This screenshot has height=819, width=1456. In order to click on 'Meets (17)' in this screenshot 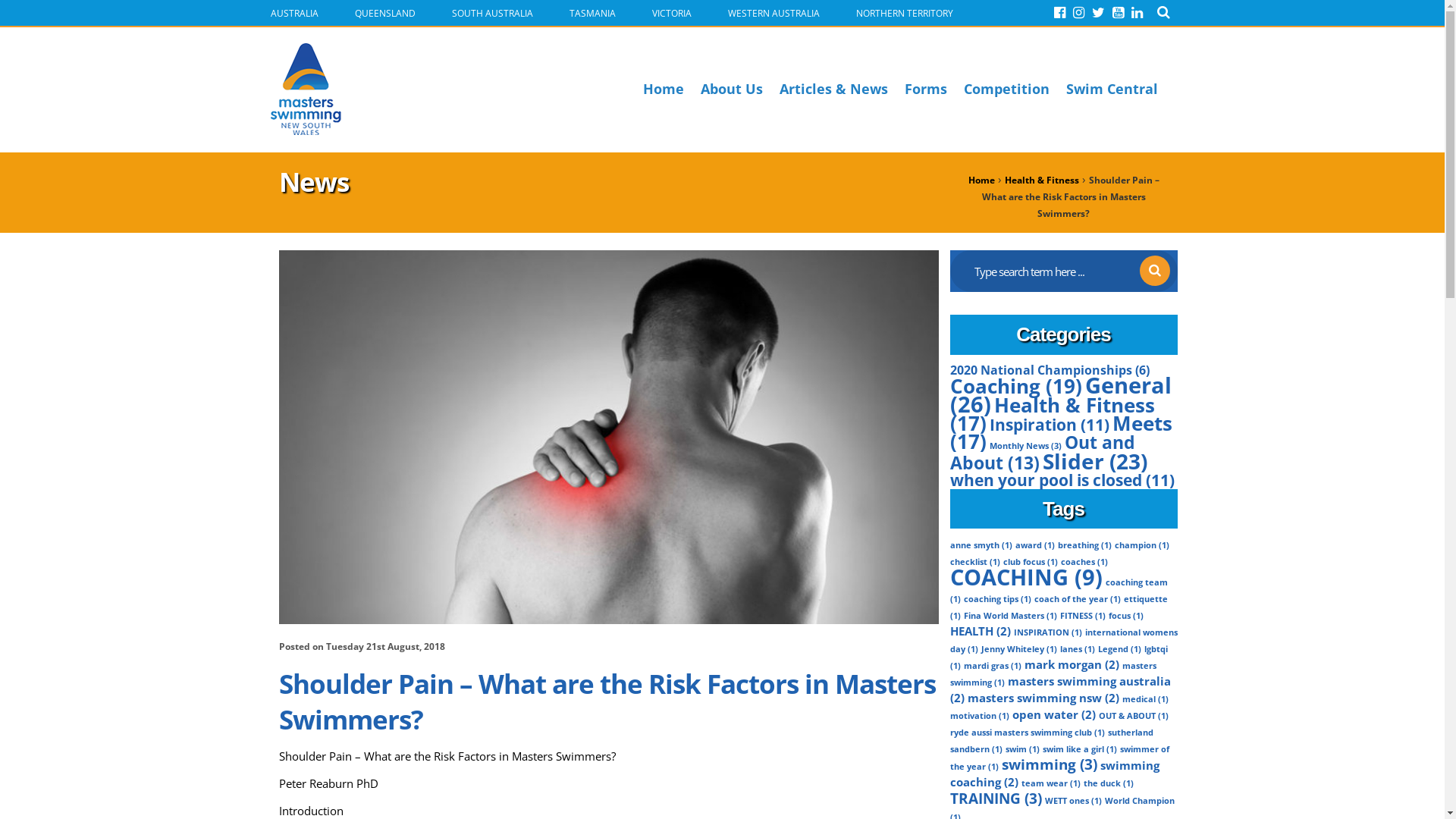, I will do `click(1059, 432)`.